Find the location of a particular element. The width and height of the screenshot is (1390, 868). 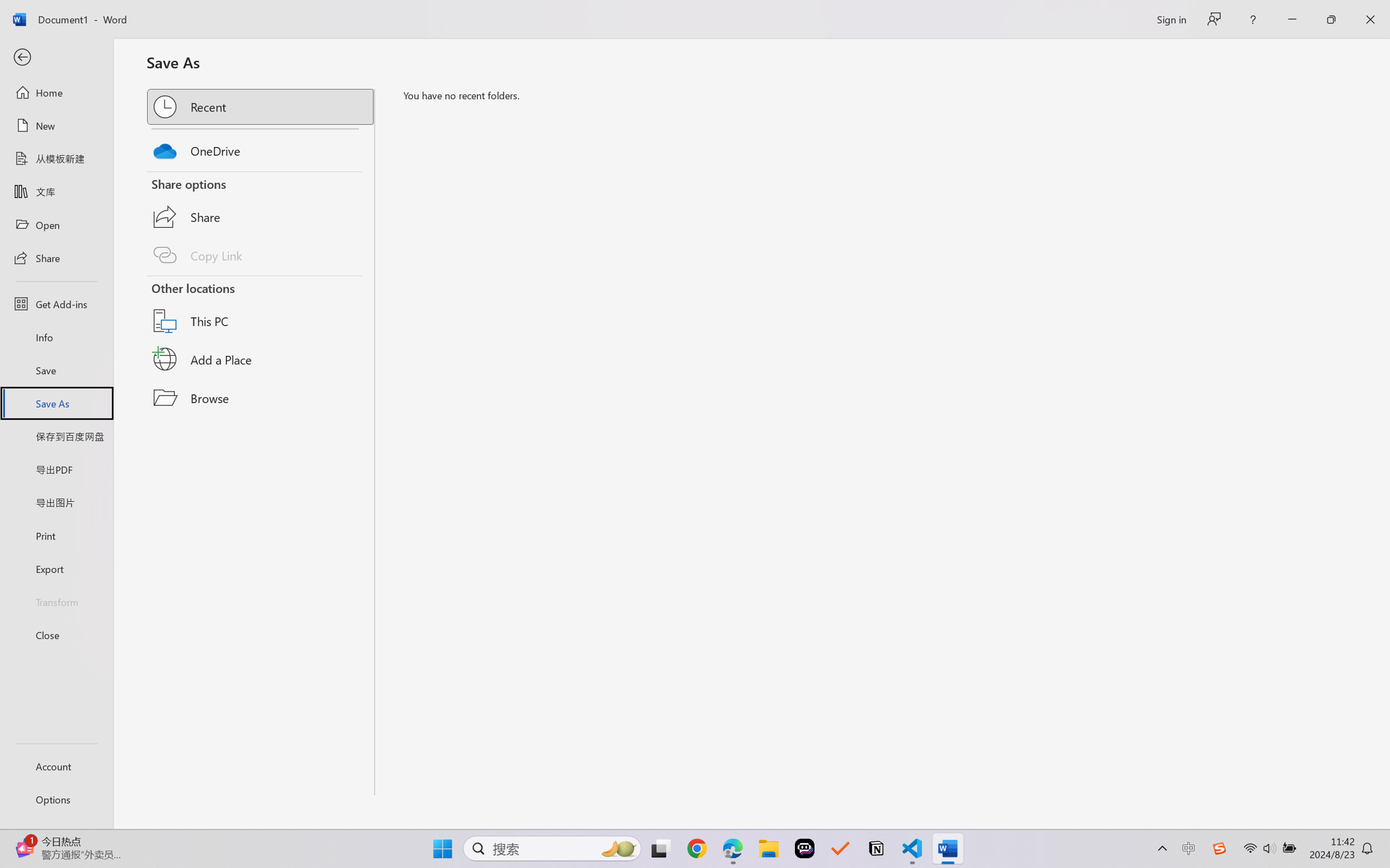

'New' is located at coordinates (56, 125).